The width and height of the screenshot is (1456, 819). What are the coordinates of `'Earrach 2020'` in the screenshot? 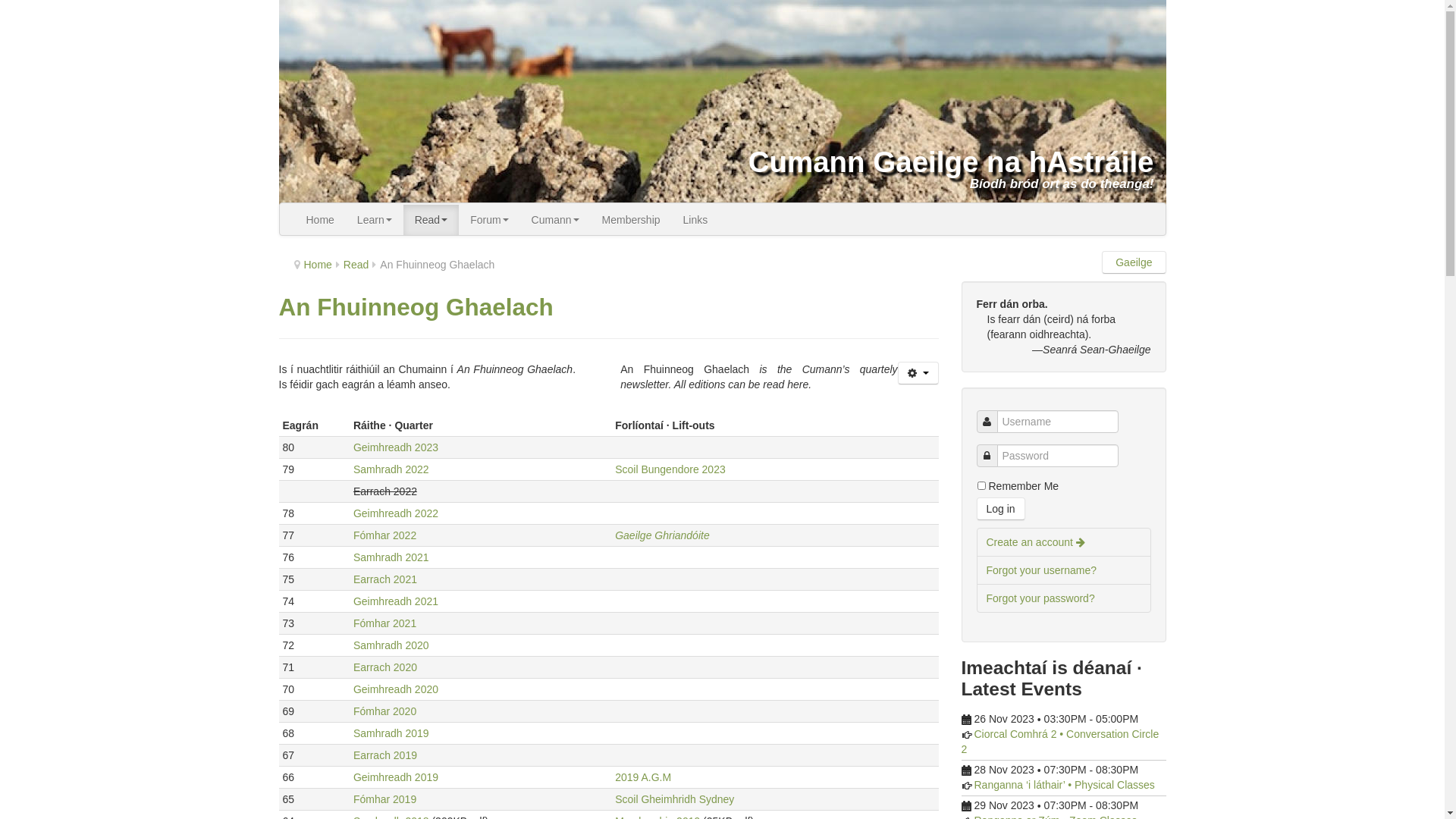 It's located at (352, 666).